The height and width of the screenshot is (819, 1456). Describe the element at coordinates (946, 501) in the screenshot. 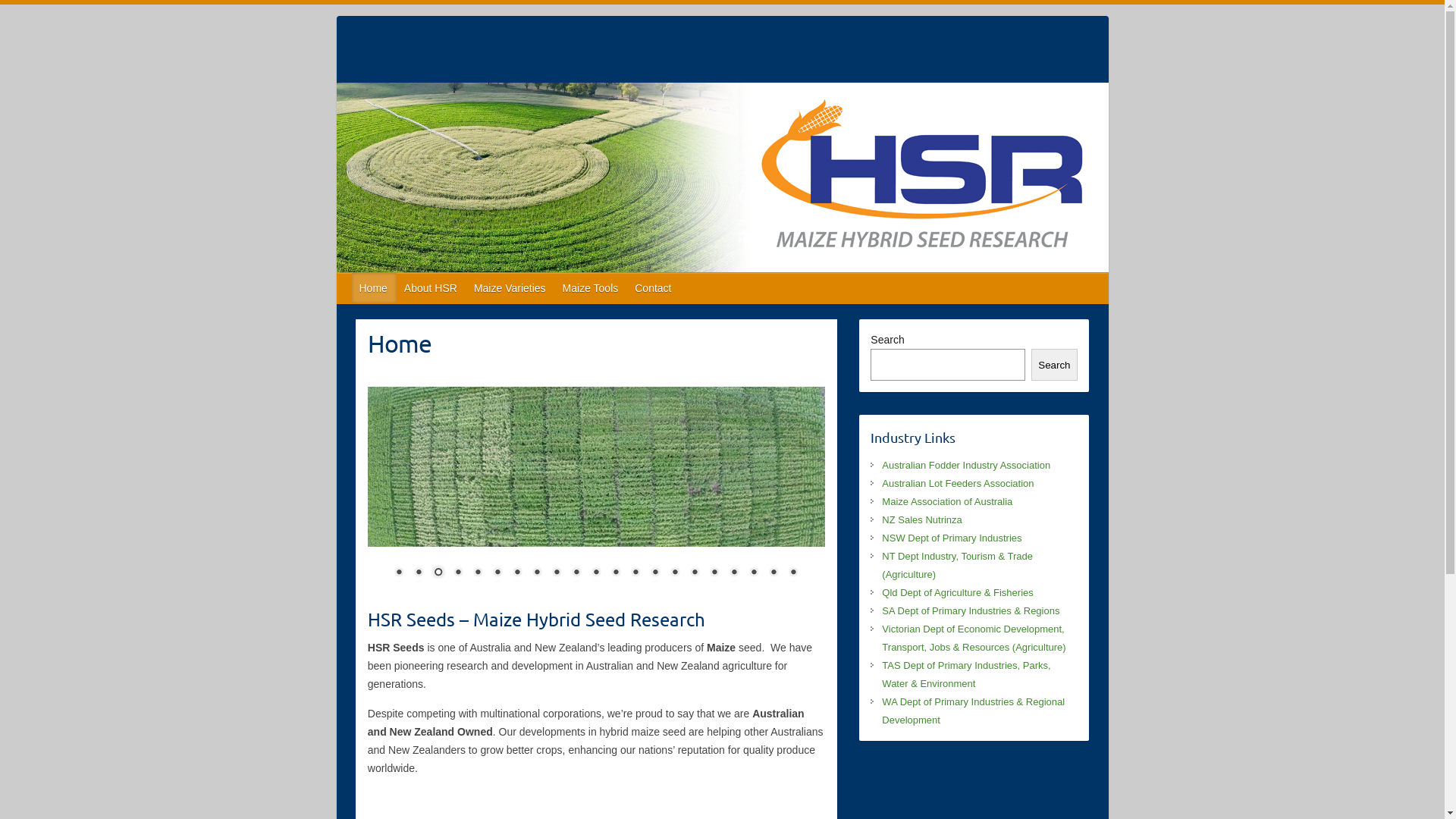

I see `'Maize Association of Australia'` at that location.